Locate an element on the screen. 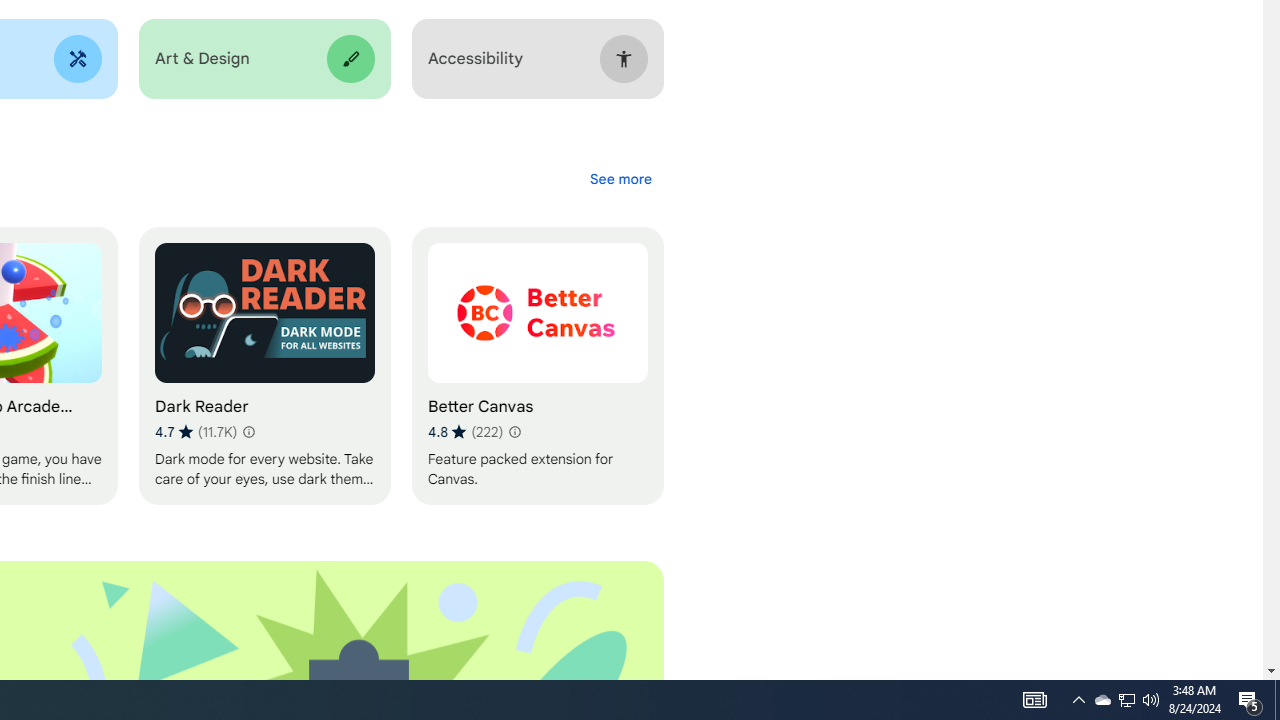  'See more personalized recommendations' is located at coordinates (619, 178).